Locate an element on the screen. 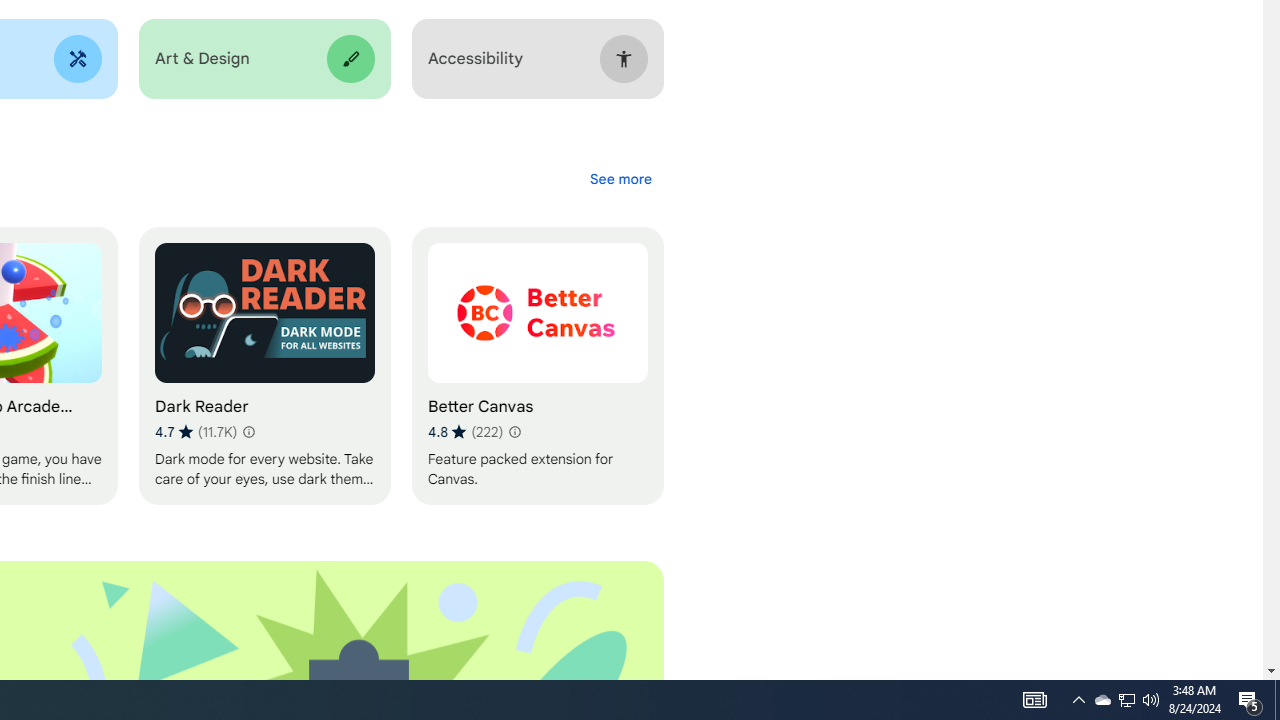  'See more personalized recommendations' is located at coordinates (619, 178).